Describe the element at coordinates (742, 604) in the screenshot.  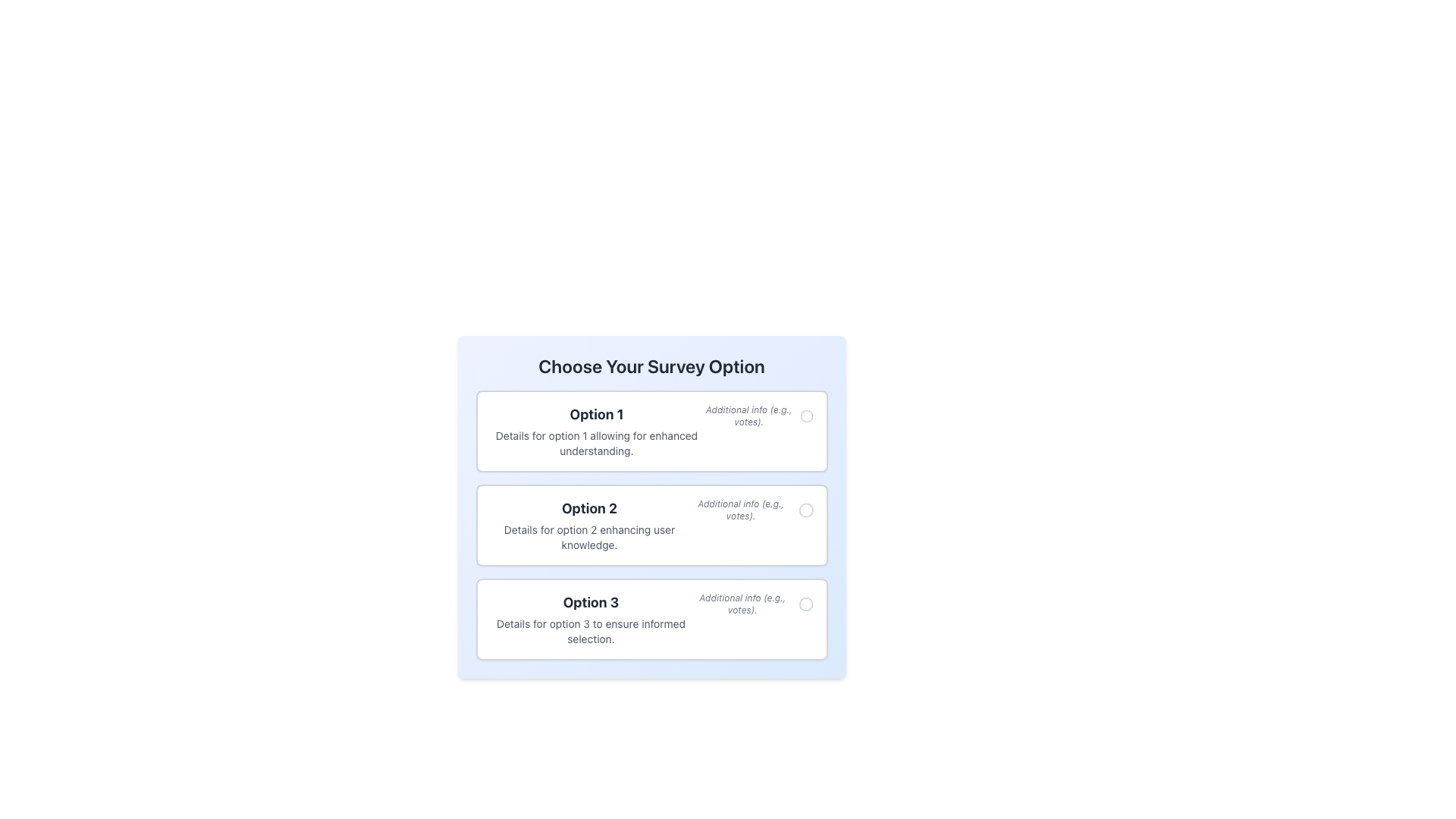
I see `the text label displaying 'Additional info (e.g., votes).' which is positioned to the right of the descriptive text and to the left of a radio button in a survey option group` at that location.